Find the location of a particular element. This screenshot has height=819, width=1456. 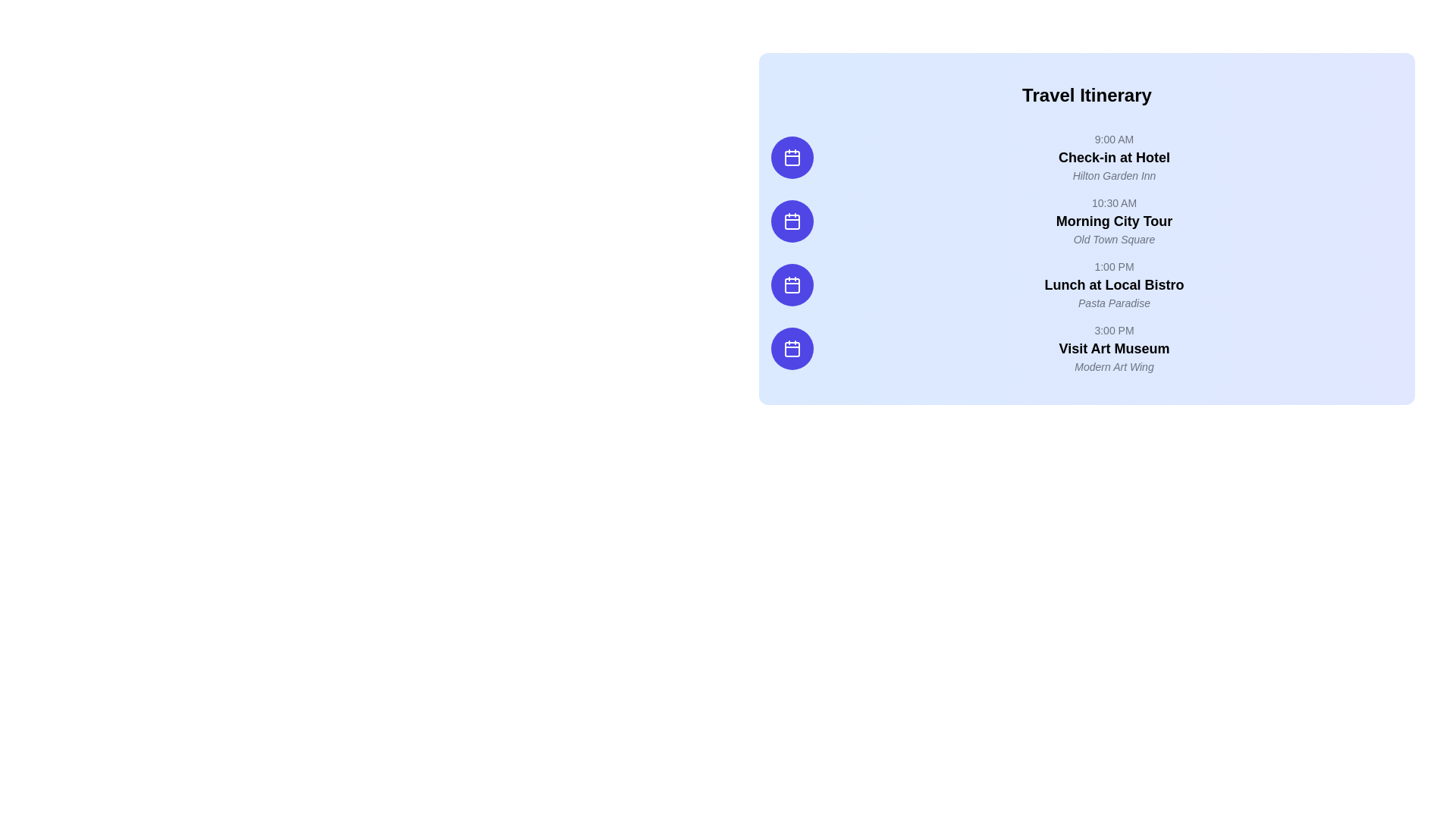

text content of the travel itinerary entry located between '9:00 AM' and '1:00 PM' is located at coordinates (1086, 221).